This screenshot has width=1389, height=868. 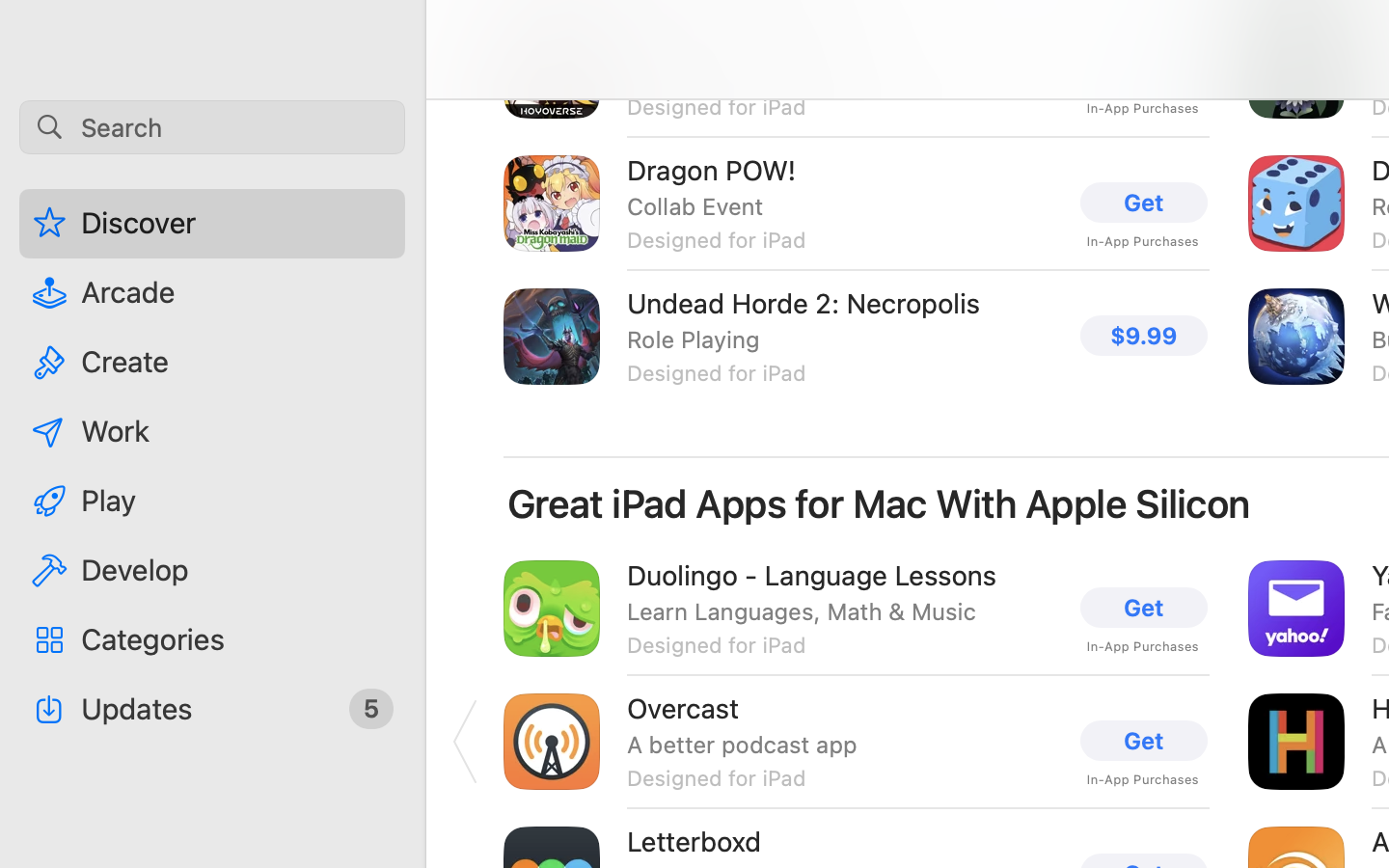 I want to click on 'Great iPad Apps for Mac With Apple Silicon', so click(x=879, y=502).